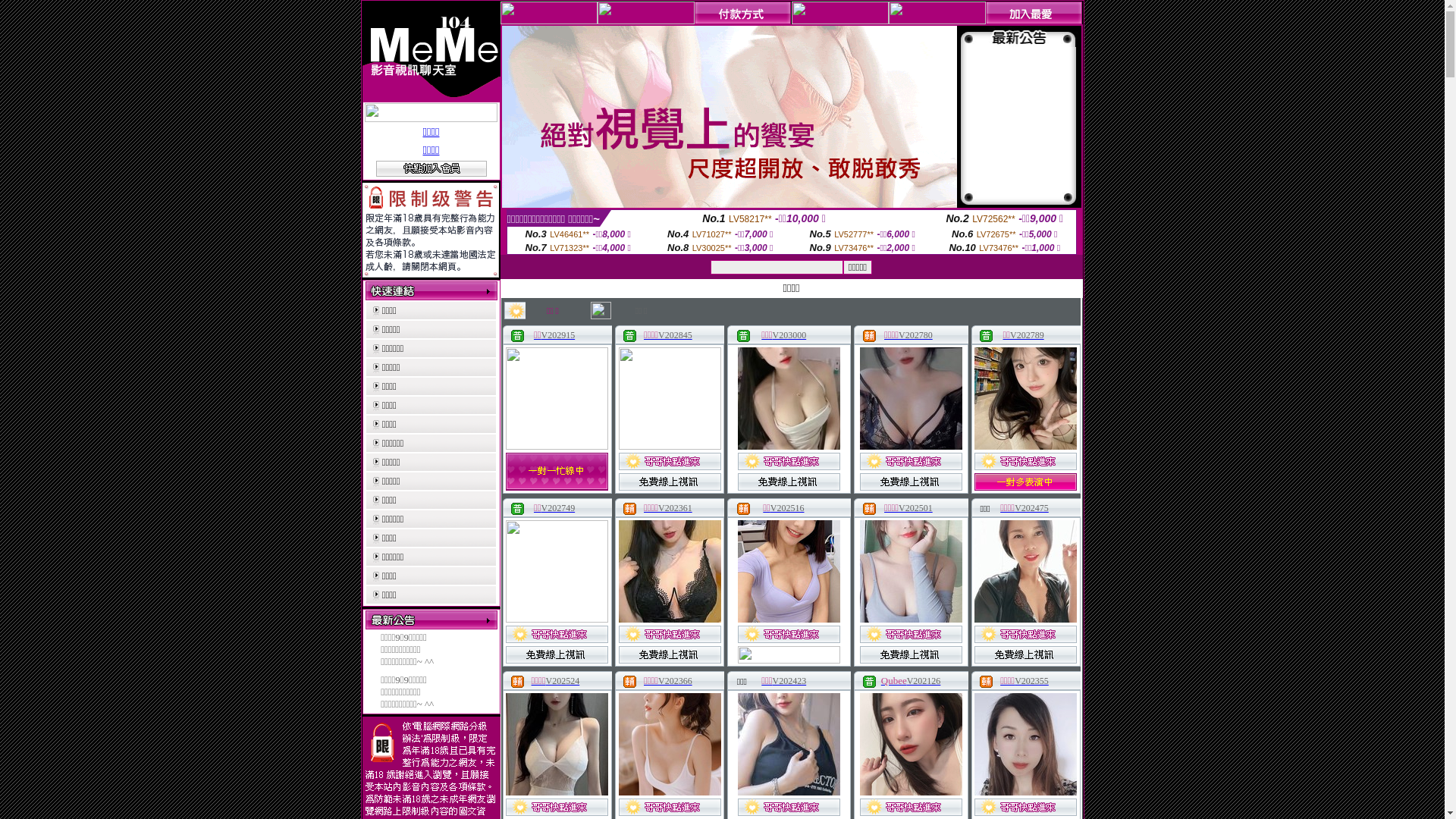  Describe the element at coordinates (674, 508) in the screenshot. I see `'V202361'` at that location.